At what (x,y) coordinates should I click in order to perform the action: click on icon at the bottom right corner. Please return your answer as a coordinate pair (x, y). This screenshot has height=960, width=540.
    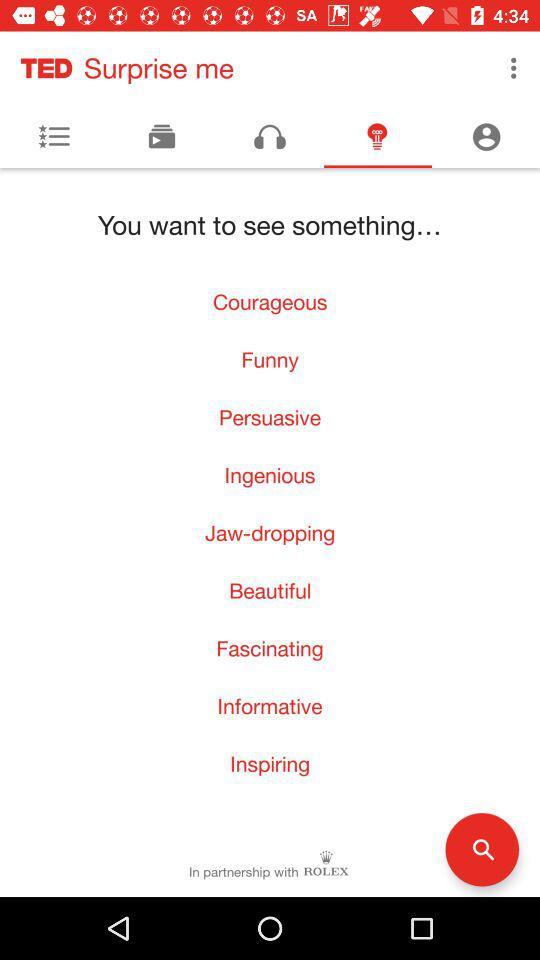
    Looking at the image, I should click on (481, 848).